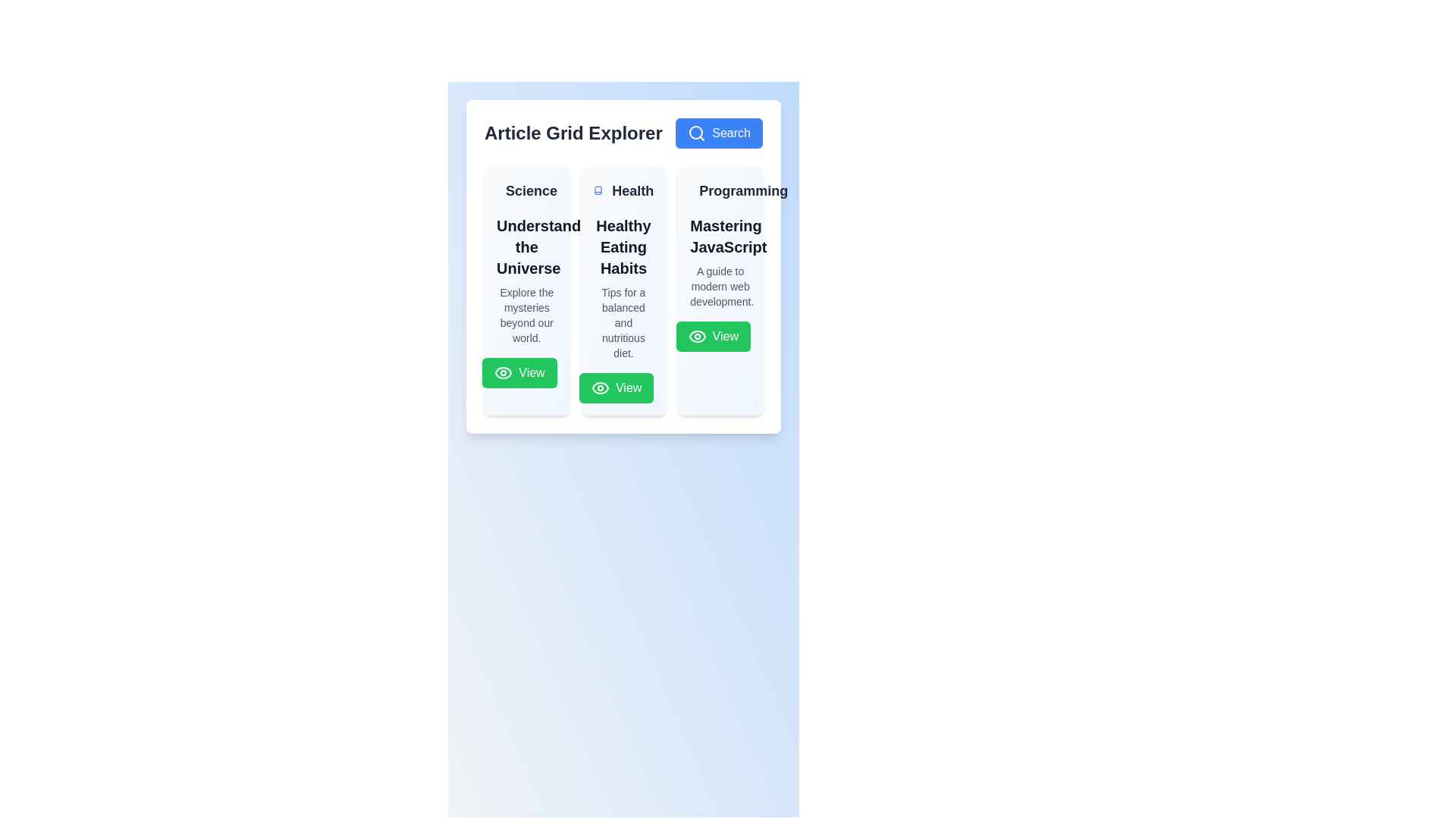  I want to click on the search button by clicking on the center of the magnifying glass icon, which contains a circular element representing the center of the magnifying glass, so click(695, 131).